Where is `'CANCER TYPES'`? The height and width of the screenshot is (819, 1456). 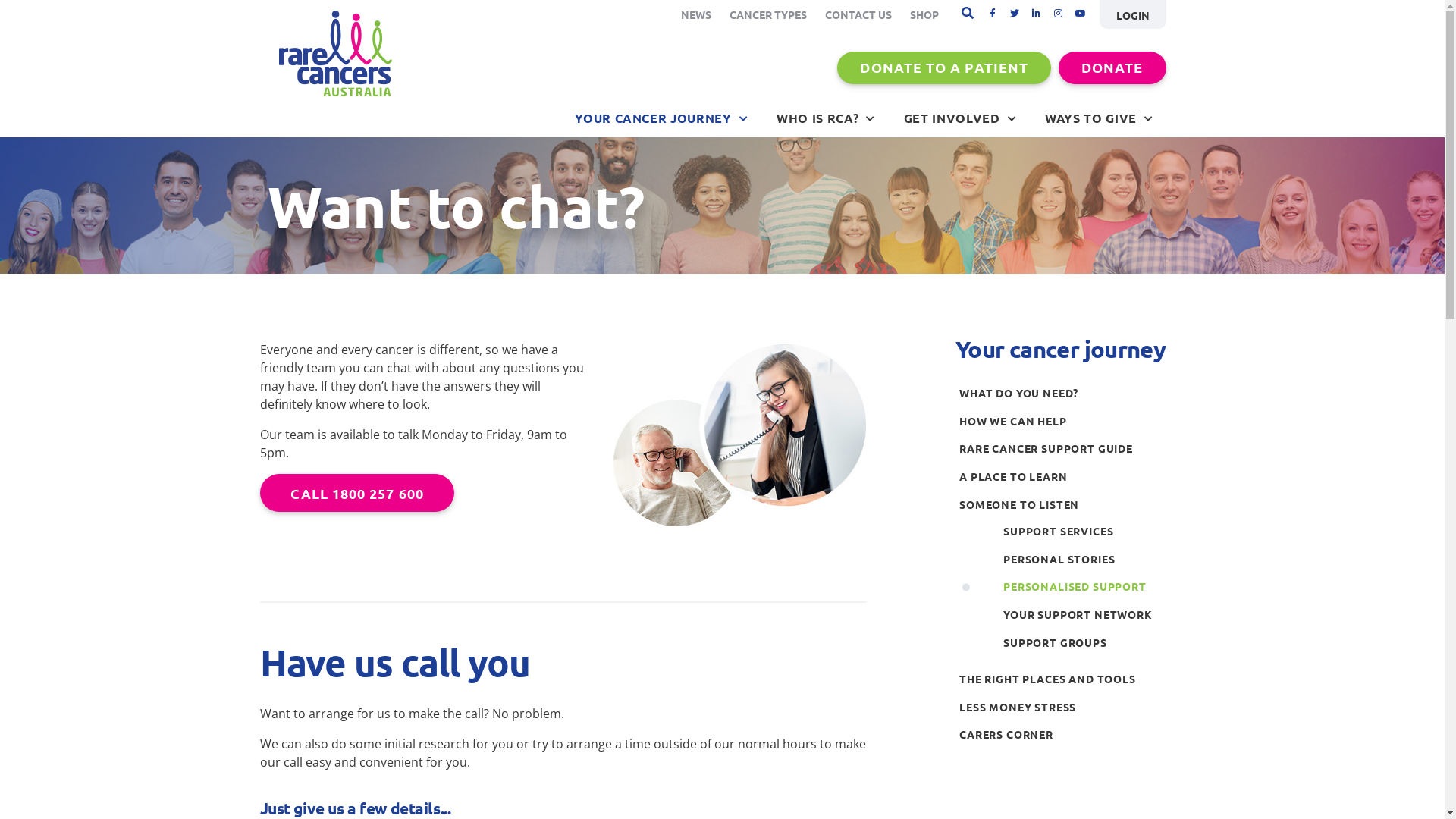
'CANCER TYPES' is located at coordinates (767, 14).